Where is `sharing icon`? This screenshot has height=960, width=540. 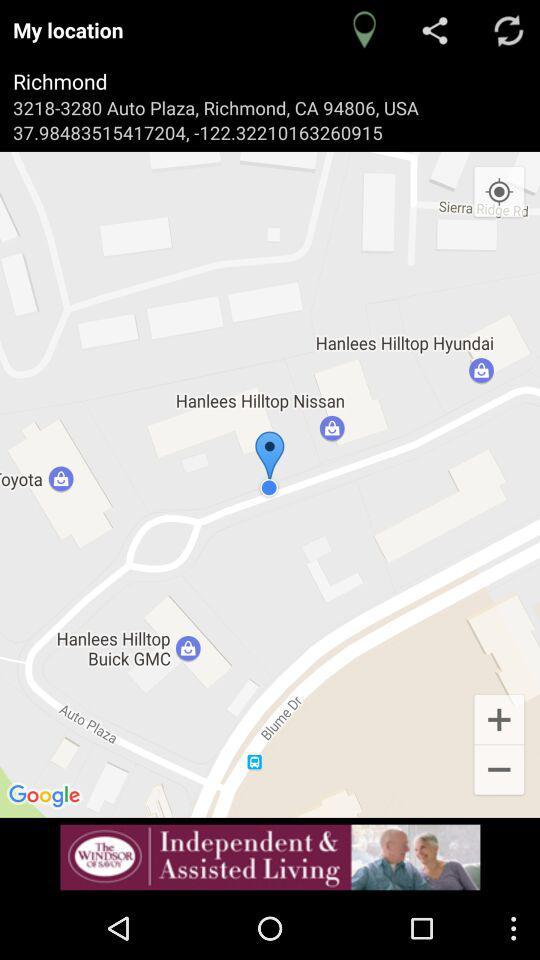 sharing icon is located at coordinates (436, 29).